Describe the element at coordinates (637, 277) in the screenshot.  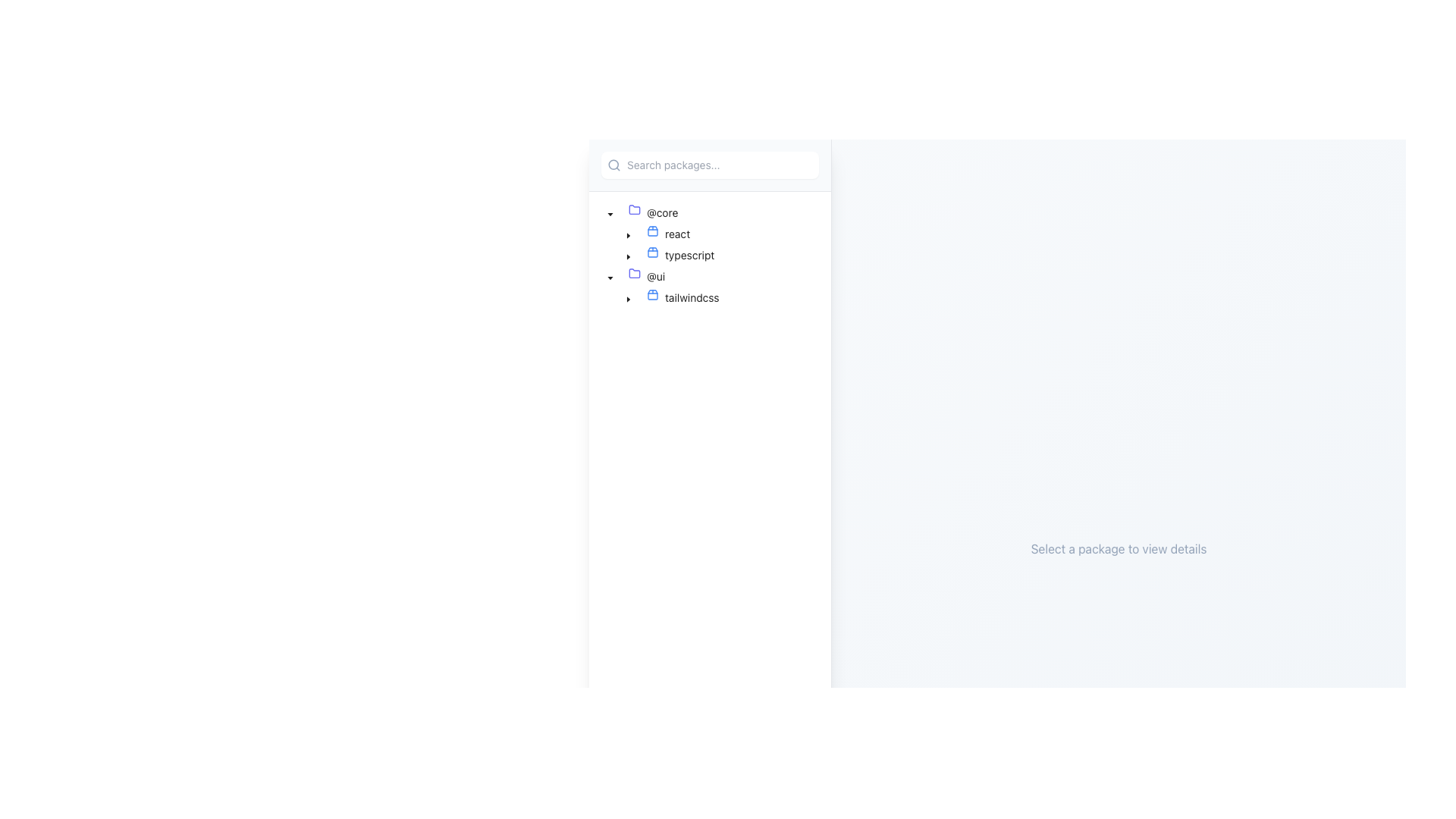
I see `the folder icon on the leftmost side of the '@ui' node's content` at that location.